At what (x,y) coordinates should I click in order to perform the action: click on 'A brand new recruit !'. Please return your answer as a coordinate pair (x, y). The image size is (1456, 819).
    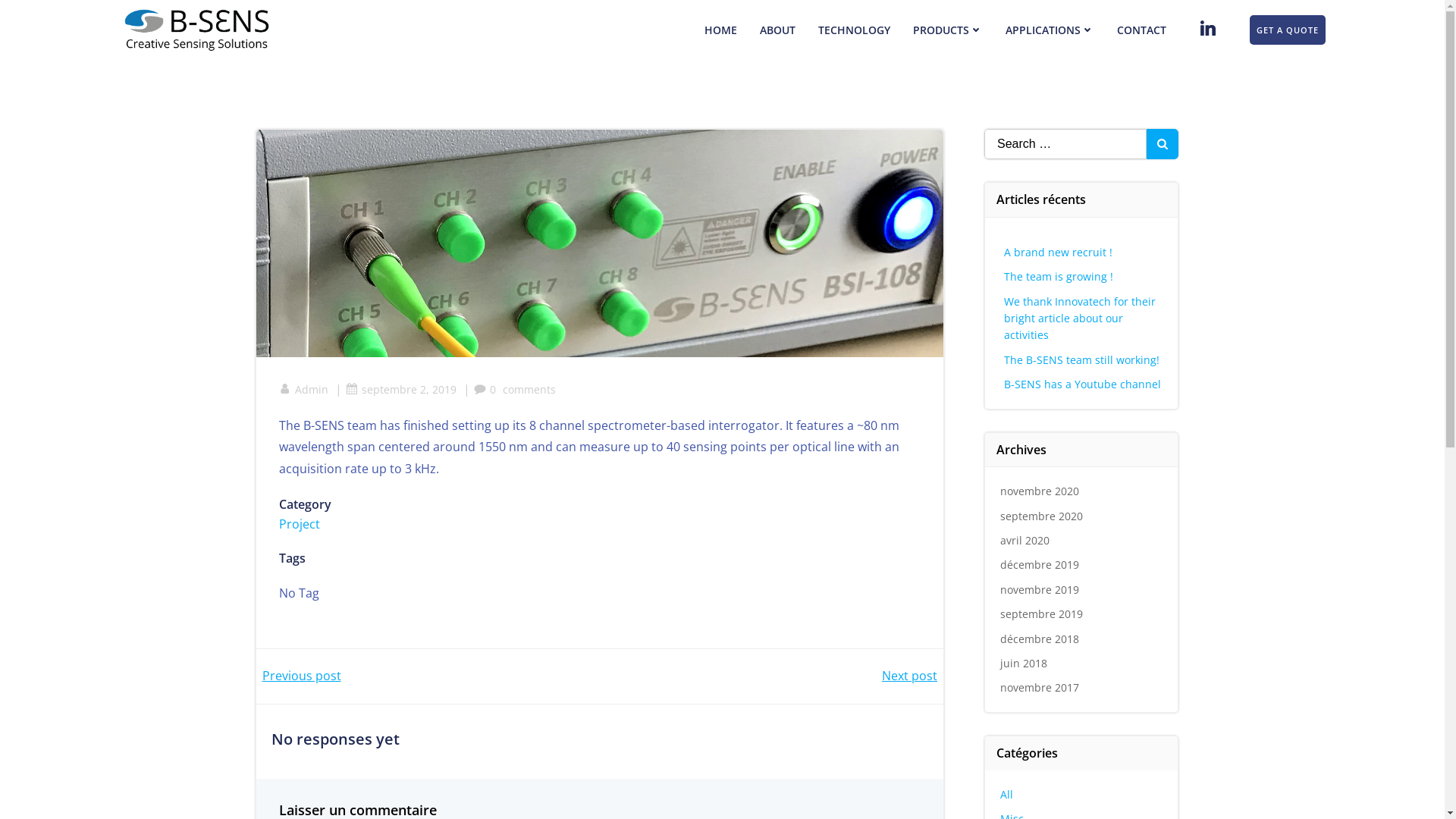
    Looking at the image, I should click on (1057, 251).